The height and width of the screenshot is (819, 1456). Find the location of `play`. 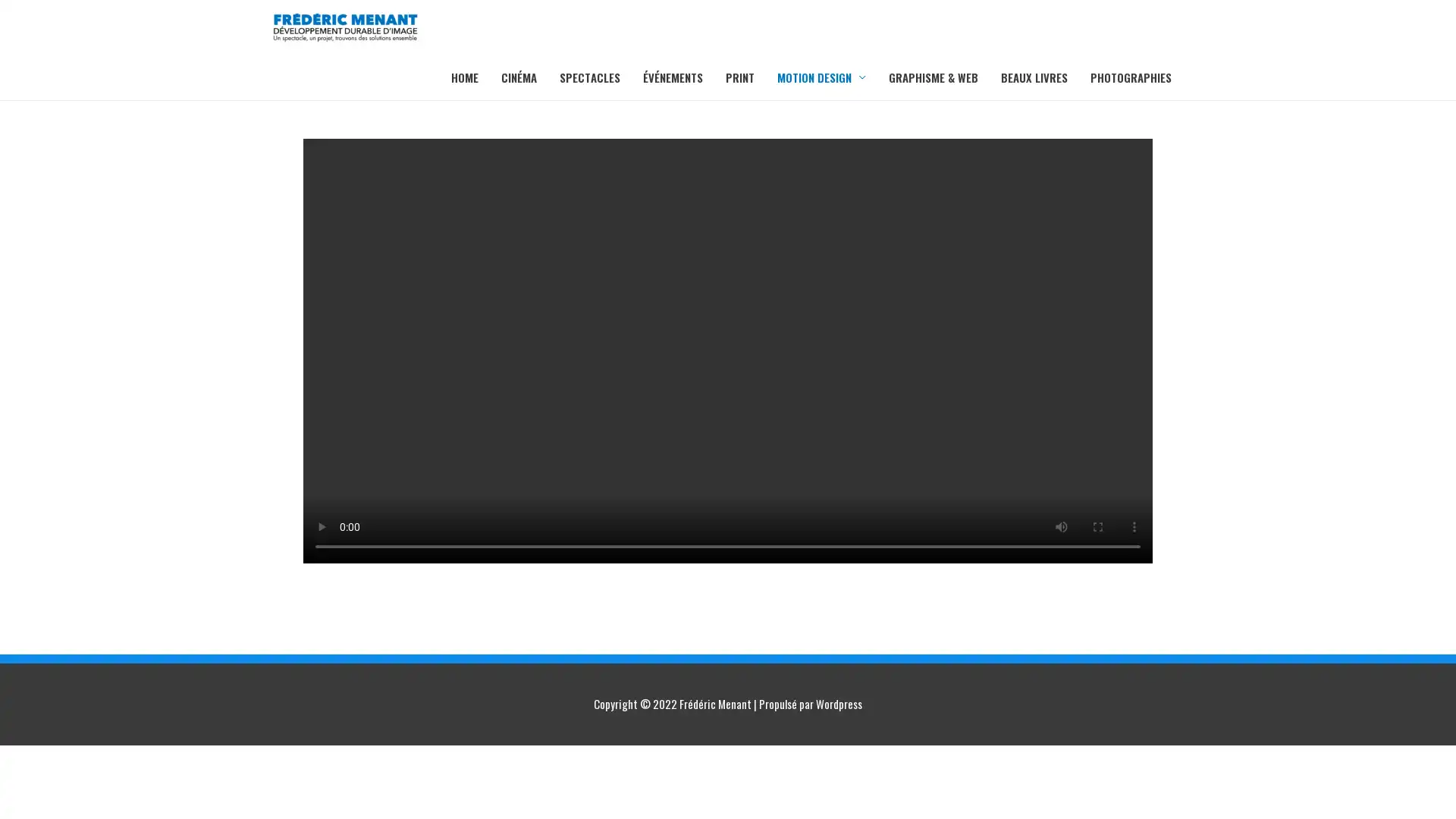

play is located at coordinates (320, 526).